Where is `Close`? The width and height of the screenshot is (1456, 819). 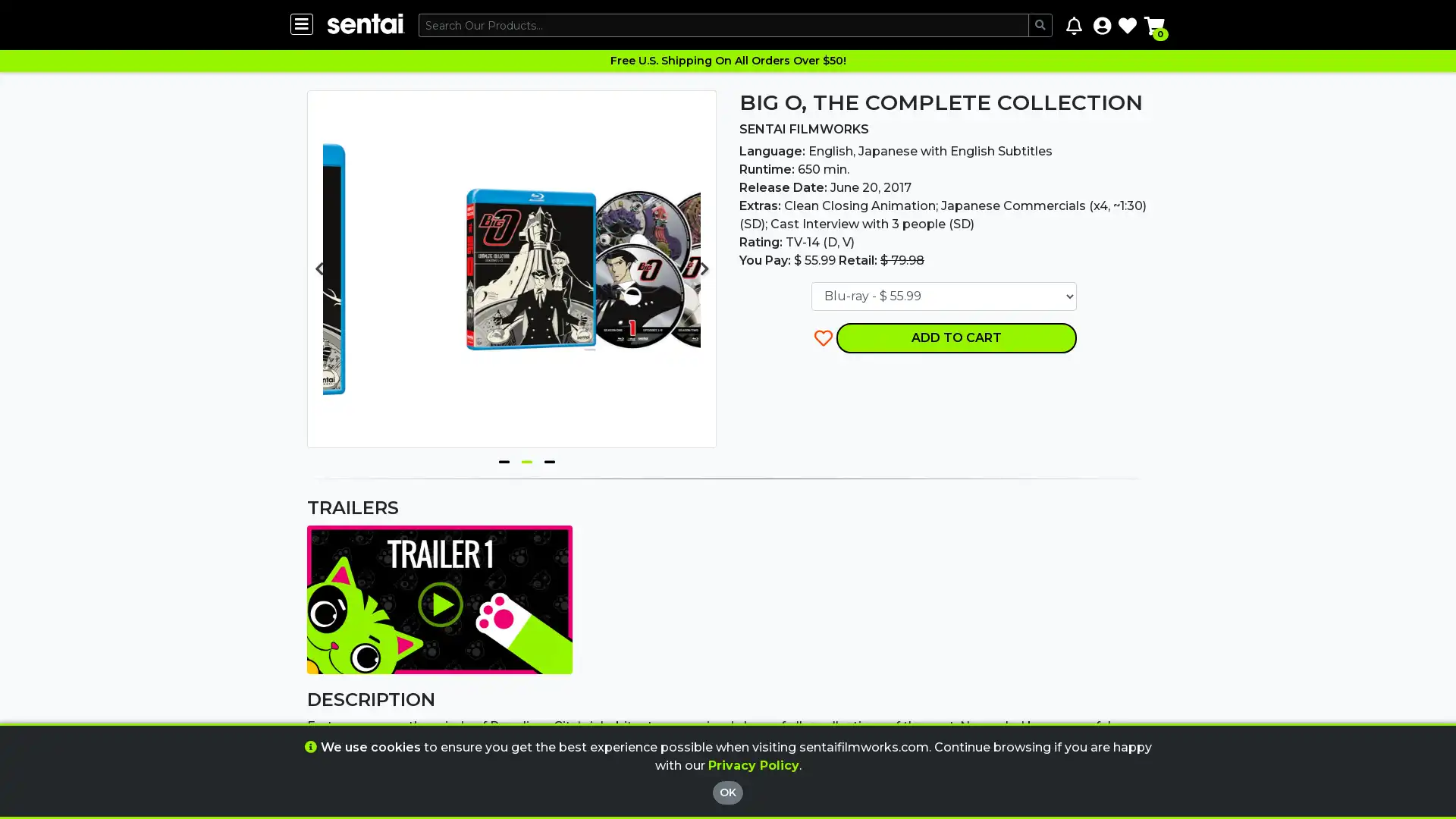 Close is located at coordinates (807, 739).